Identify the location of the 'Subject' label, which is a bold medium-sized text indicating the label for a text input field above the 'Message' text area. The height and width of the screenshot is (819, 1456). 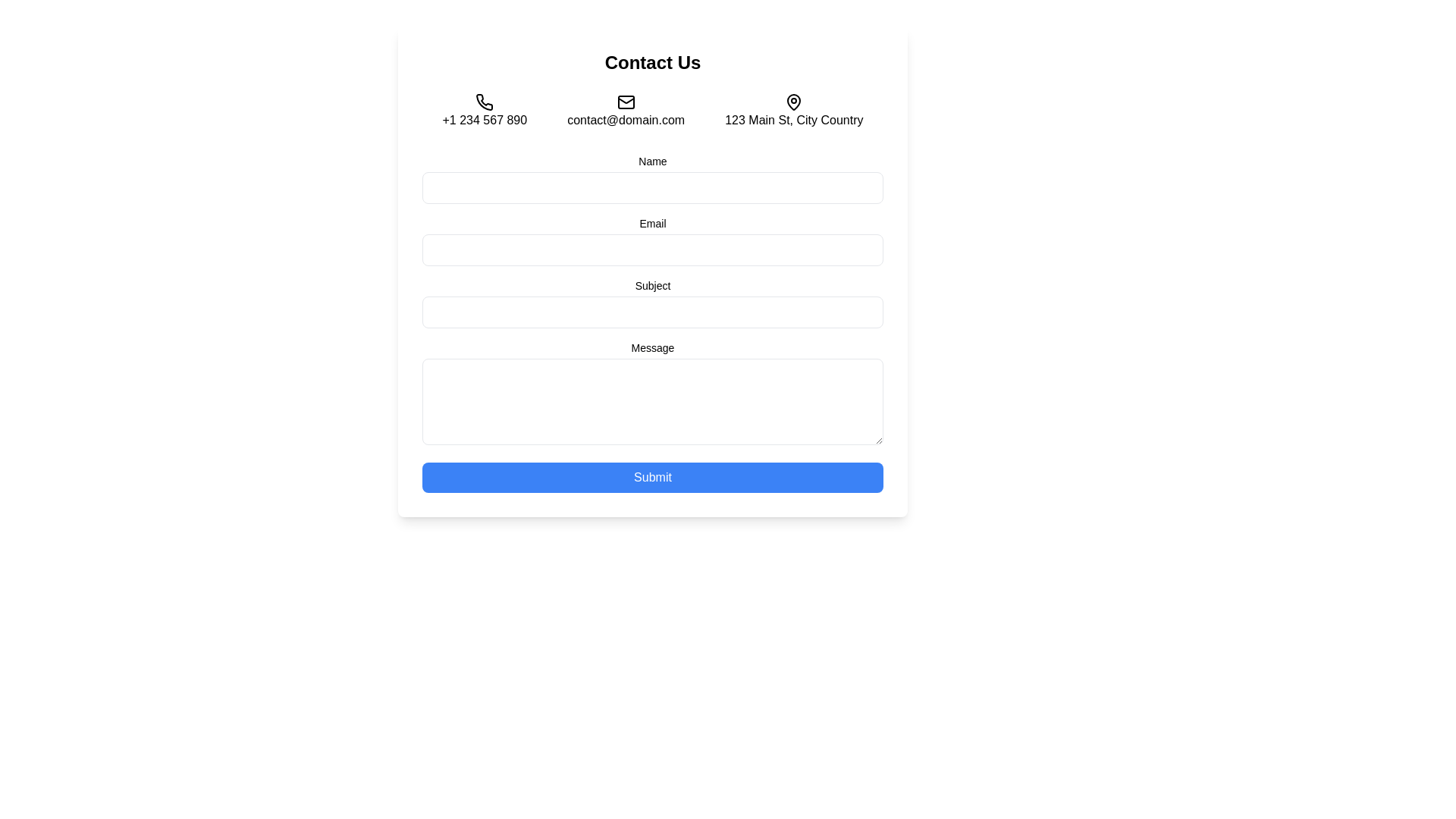
(652, 286).